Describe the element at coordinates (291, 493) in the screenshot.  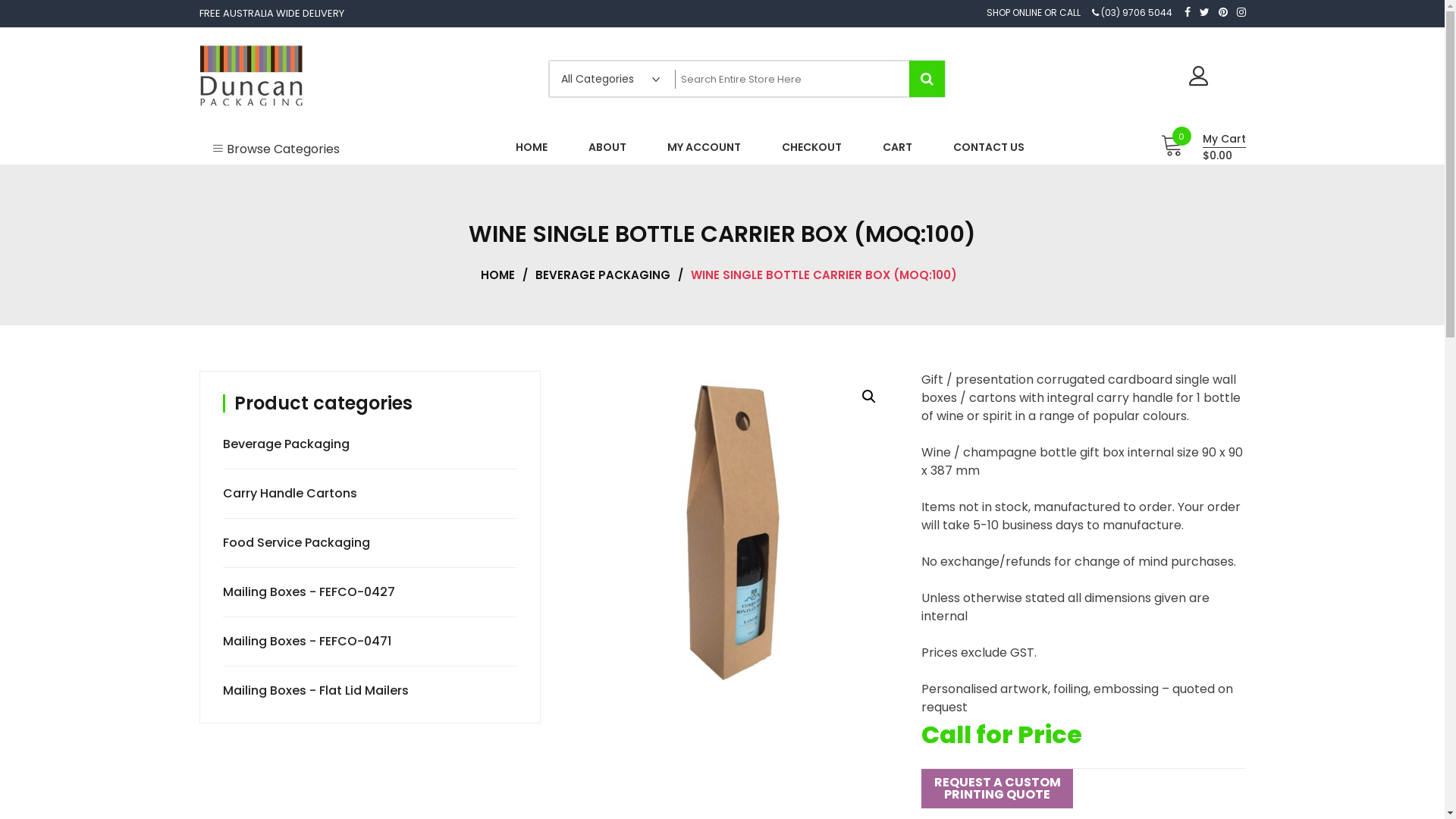
I see `'Carry Handle Cartons'` at that location.